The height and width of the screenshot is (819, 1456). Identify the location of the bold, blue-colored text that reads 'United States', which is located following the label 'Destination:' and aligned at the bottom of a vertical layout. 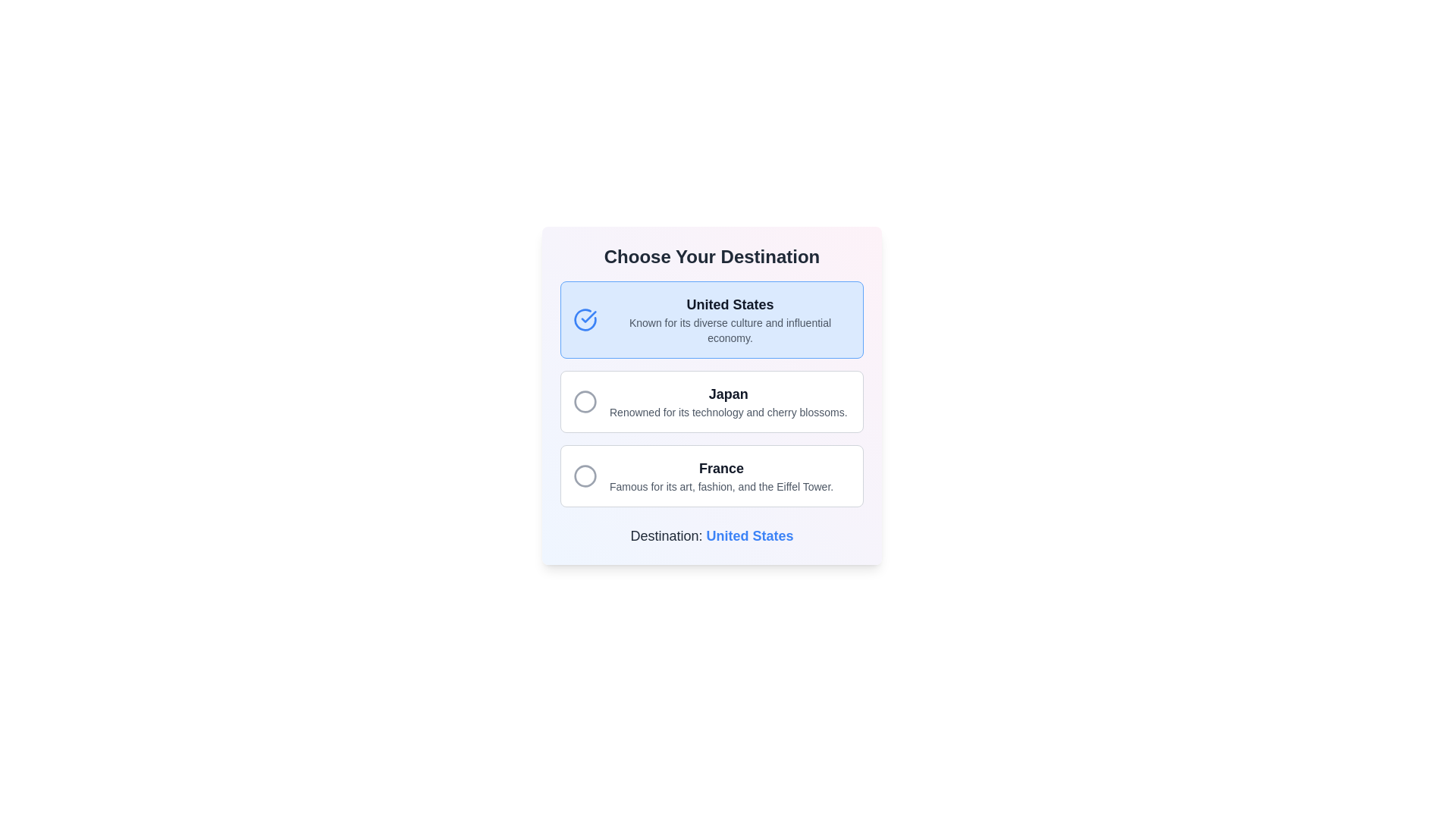
(749, 535).